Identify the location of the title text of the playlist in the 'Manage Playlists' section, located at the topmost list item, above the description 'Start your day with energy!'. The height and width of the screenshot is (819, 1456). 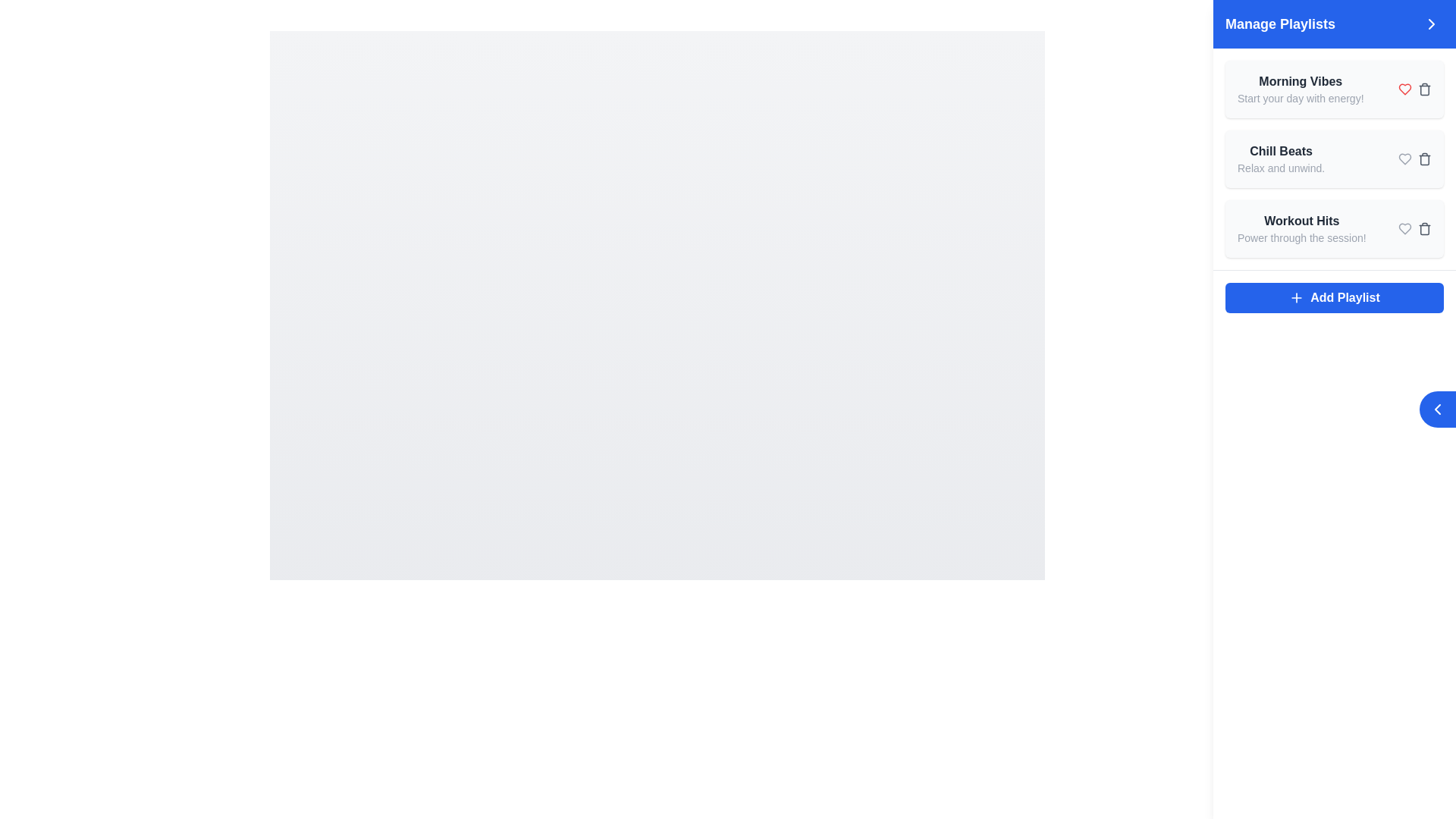
(1300, 82).